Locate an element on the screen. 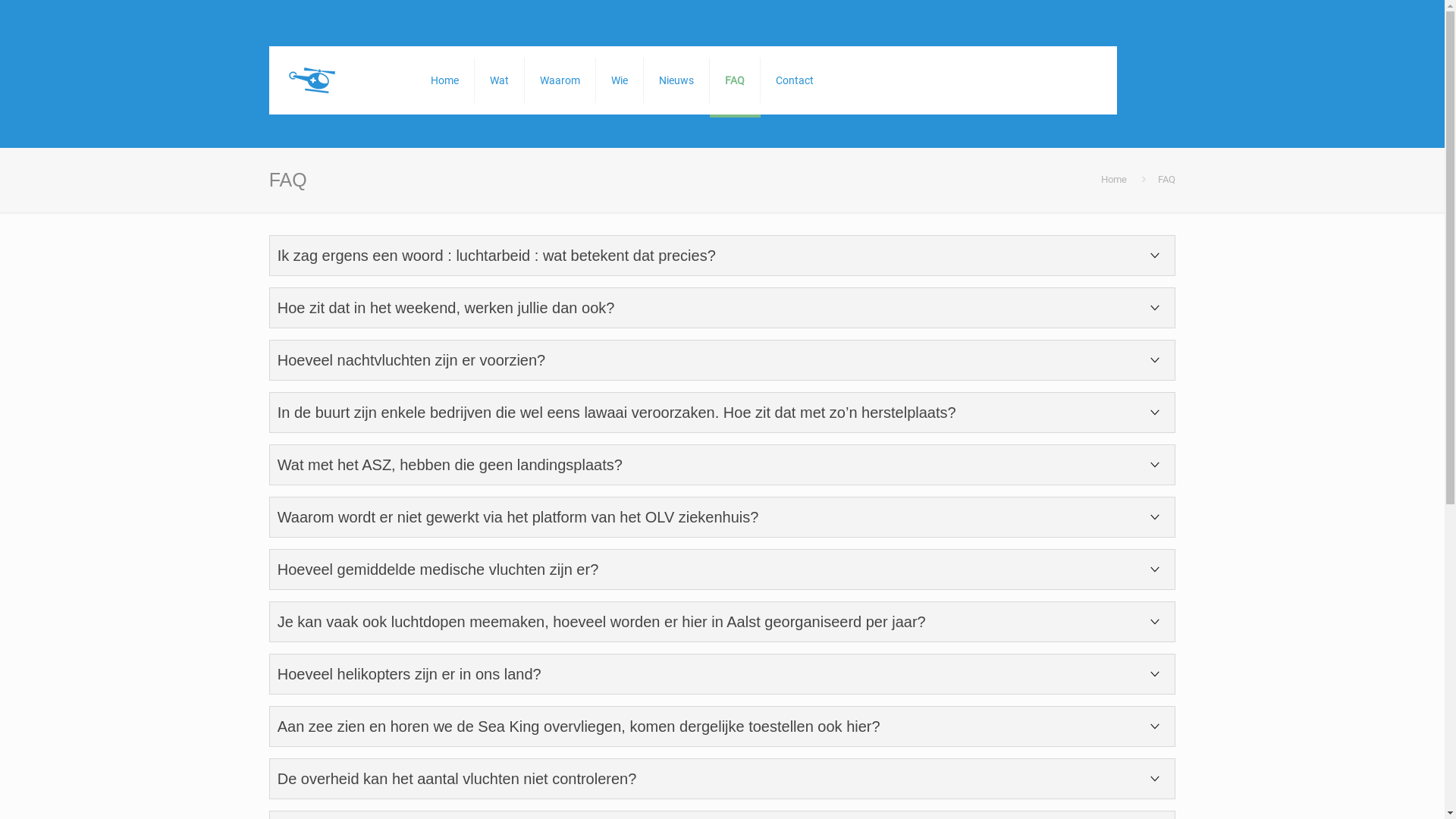 This screenshot has width=1456, height=819. 'Wat' is located at coordinates (499, 80).